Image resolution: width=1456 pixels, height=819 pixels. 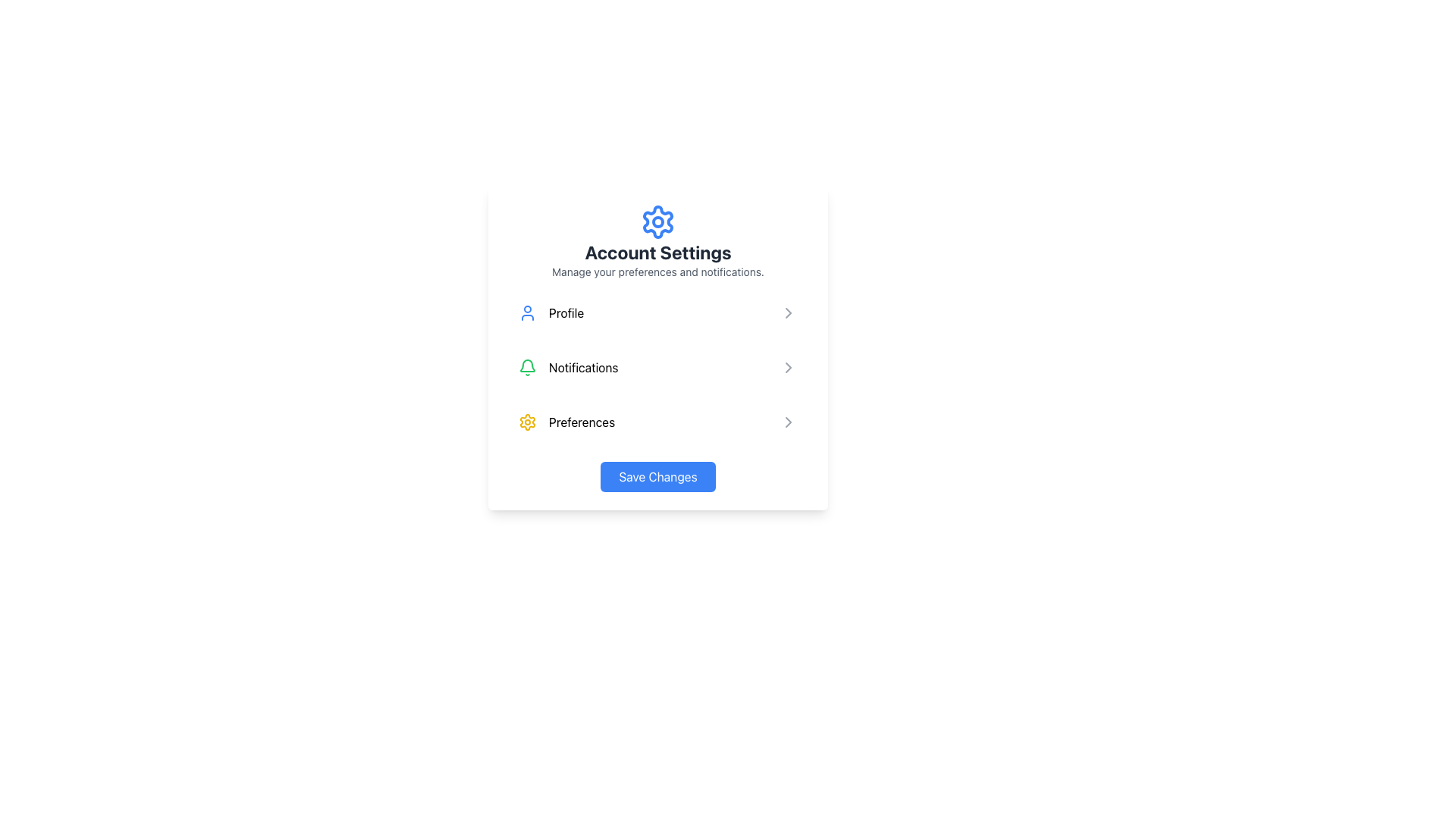 I want to click on the icon located on the far right of the 'Notifications' row, so click(x=789, y=368).